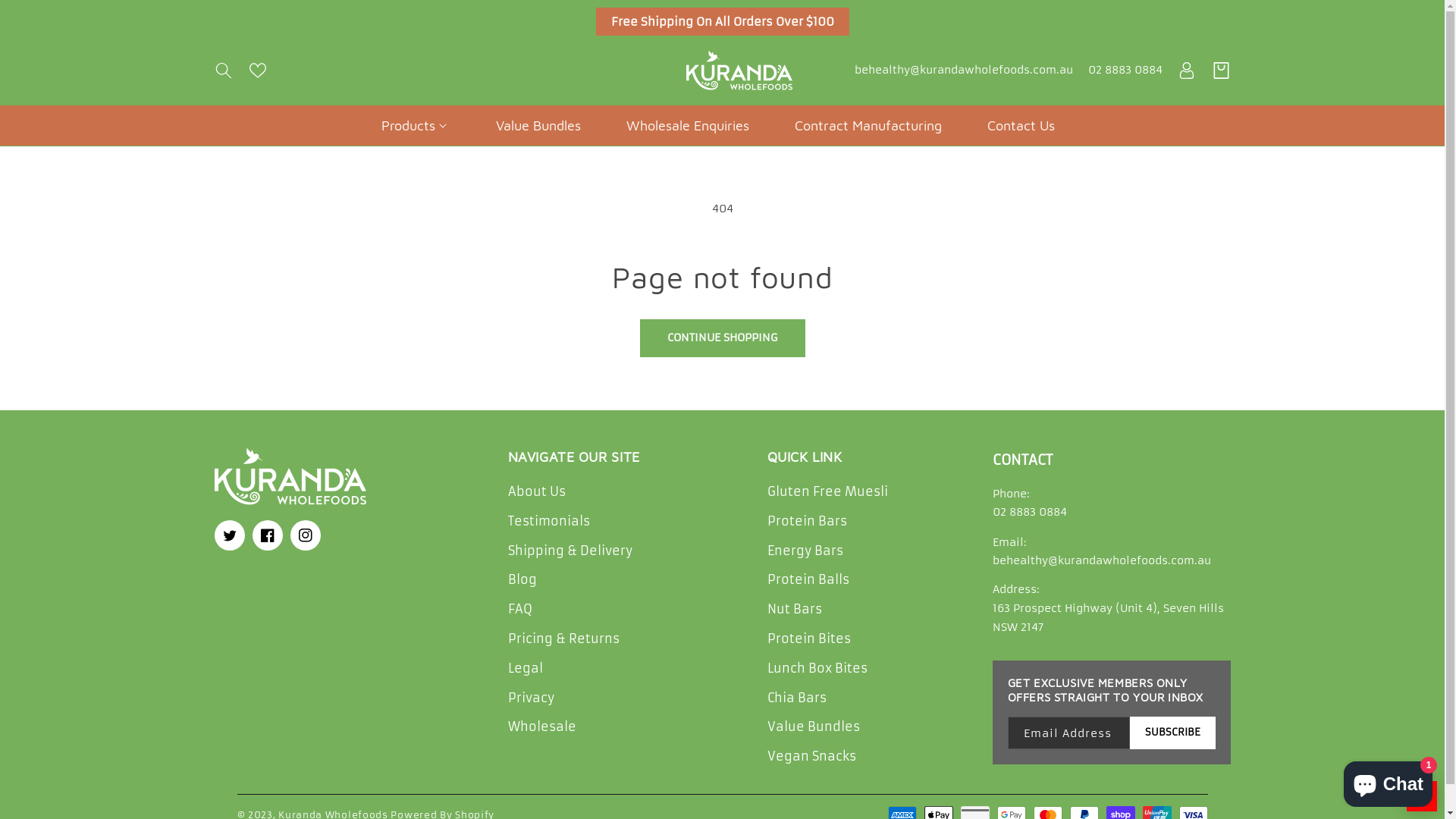 This screenshot has width=1456, height=819. What do you see at coordinates (1021, 124) in the screenshot?
I see `'Contact Us'` at bounding box center [1021, 124].